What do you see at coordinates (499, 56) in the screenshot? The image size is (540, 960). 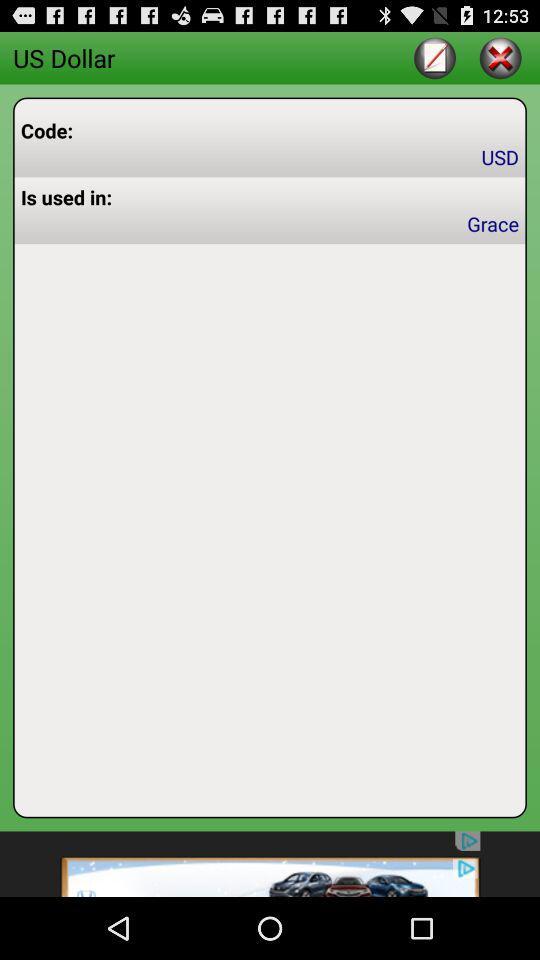 I see `the window` at bounding box center [499, 56].